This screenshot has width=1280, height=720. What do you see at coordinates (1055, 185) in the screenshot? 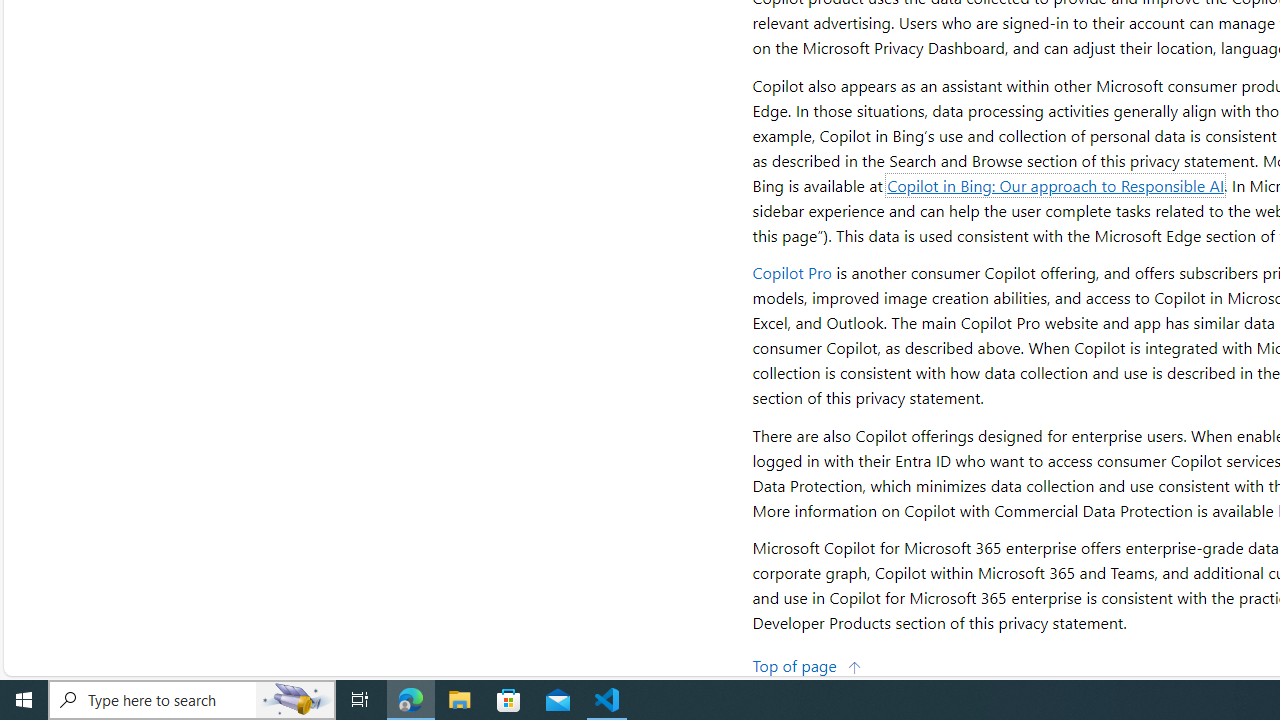
I see `'Copilot in Bing: Our approach to Responsible AI'` at bounding box center [1055, 185].